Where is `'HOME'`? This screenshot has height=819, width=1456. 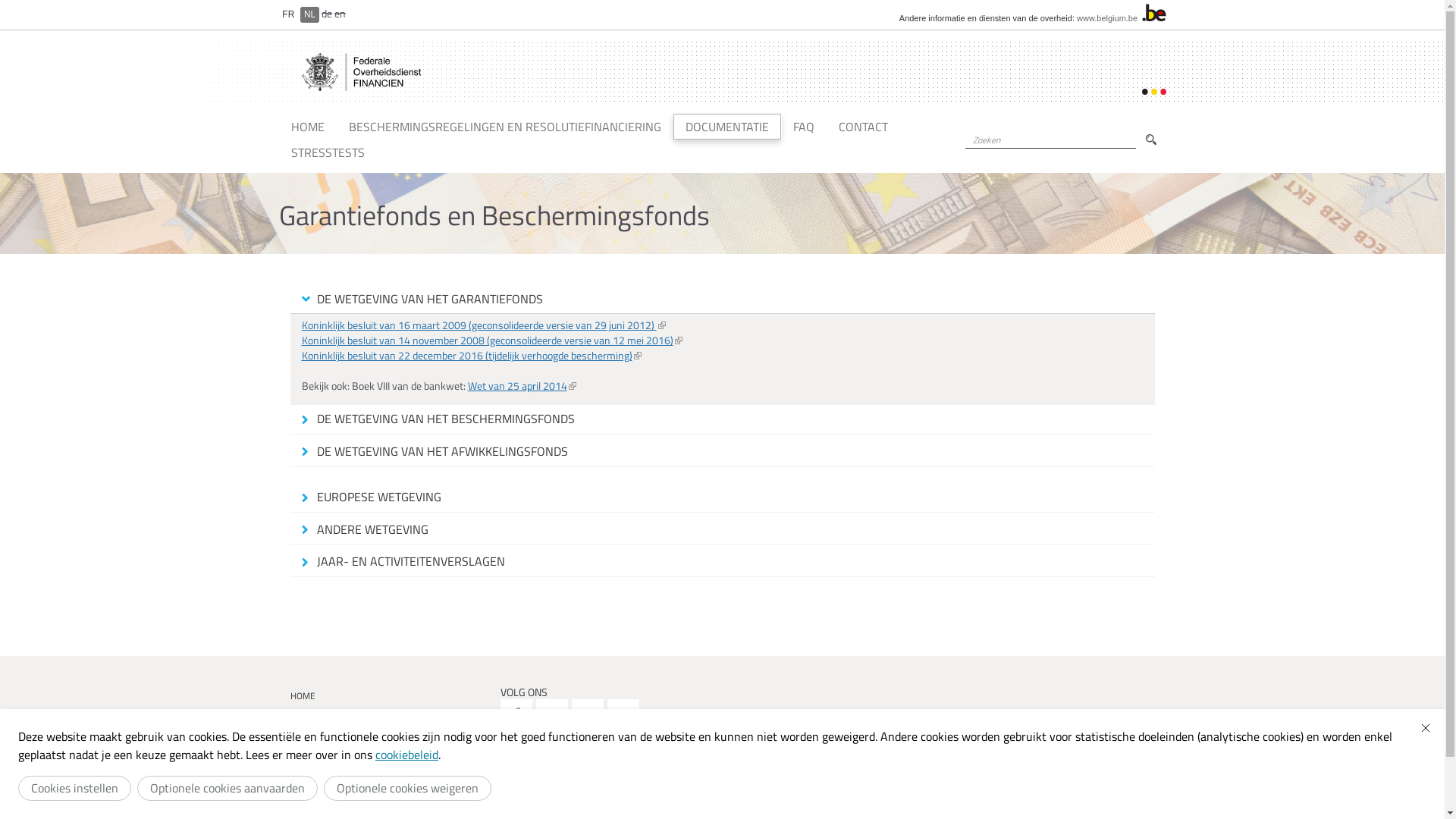
'HOME' is located at coordinates (307, 125).